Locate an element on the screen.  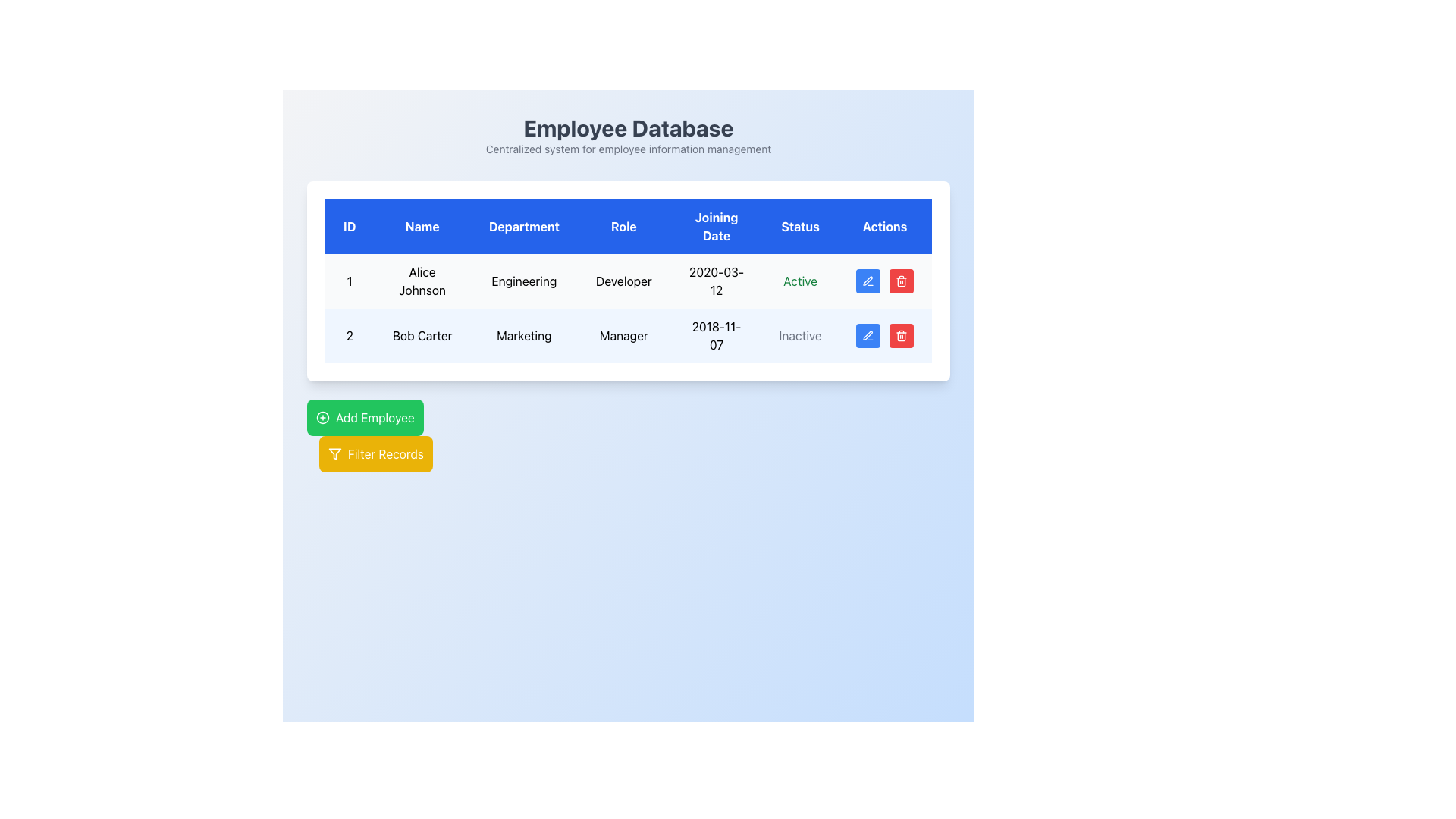
the 'Filter Records' text label, which is displayed in bold white font against a yellow background and is part of a button-like component with rounded corners, located below the green 'Add Employee' button is located at coordinates (385, 453).